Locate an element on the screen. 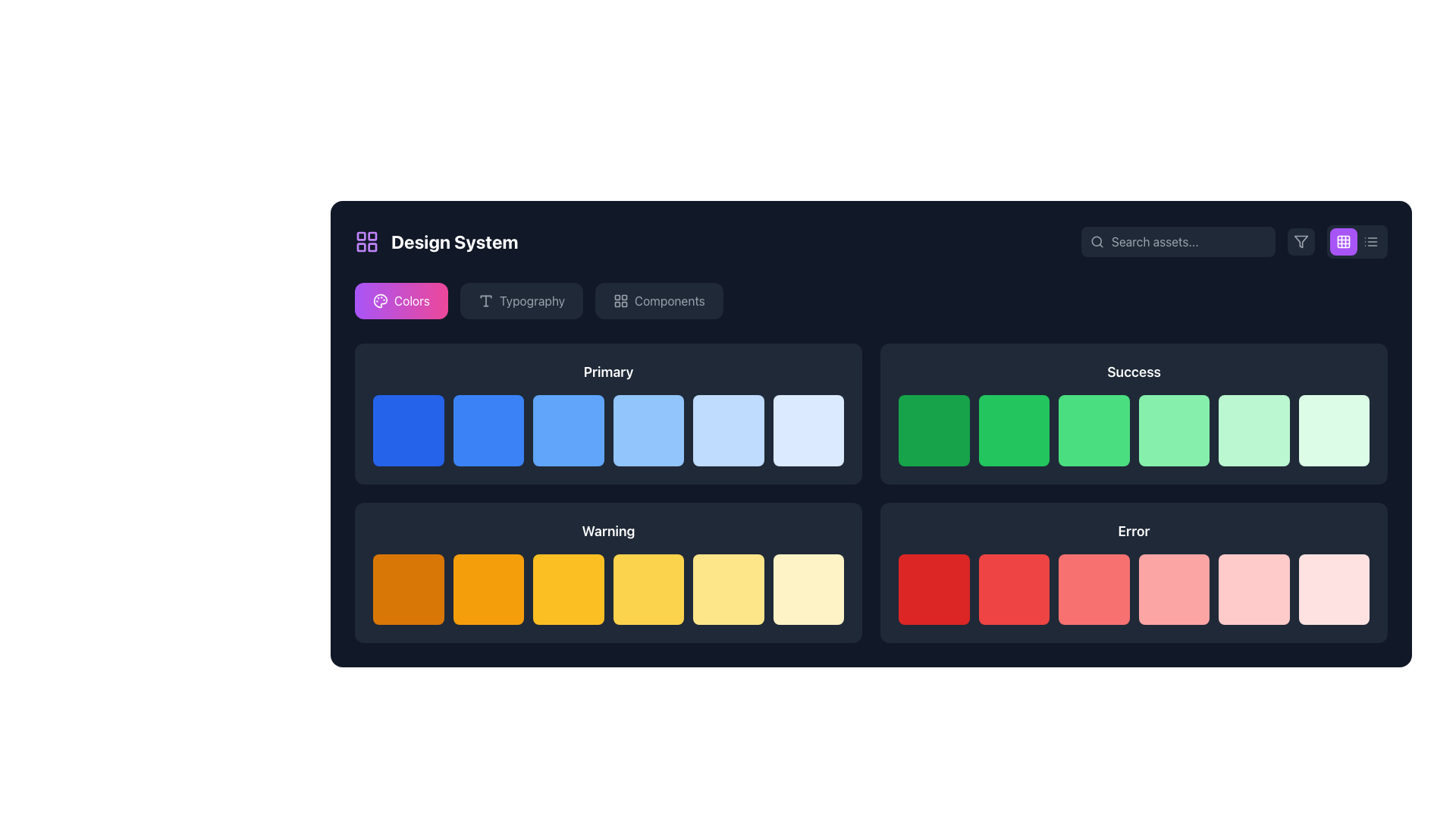 The width and height of the screenshot is (1456, 819). the small square with rounded corners located in the upper-left corner of the 2x2 grid in the header section, left of the 'Design System' text is located at coordinates (360, 236).